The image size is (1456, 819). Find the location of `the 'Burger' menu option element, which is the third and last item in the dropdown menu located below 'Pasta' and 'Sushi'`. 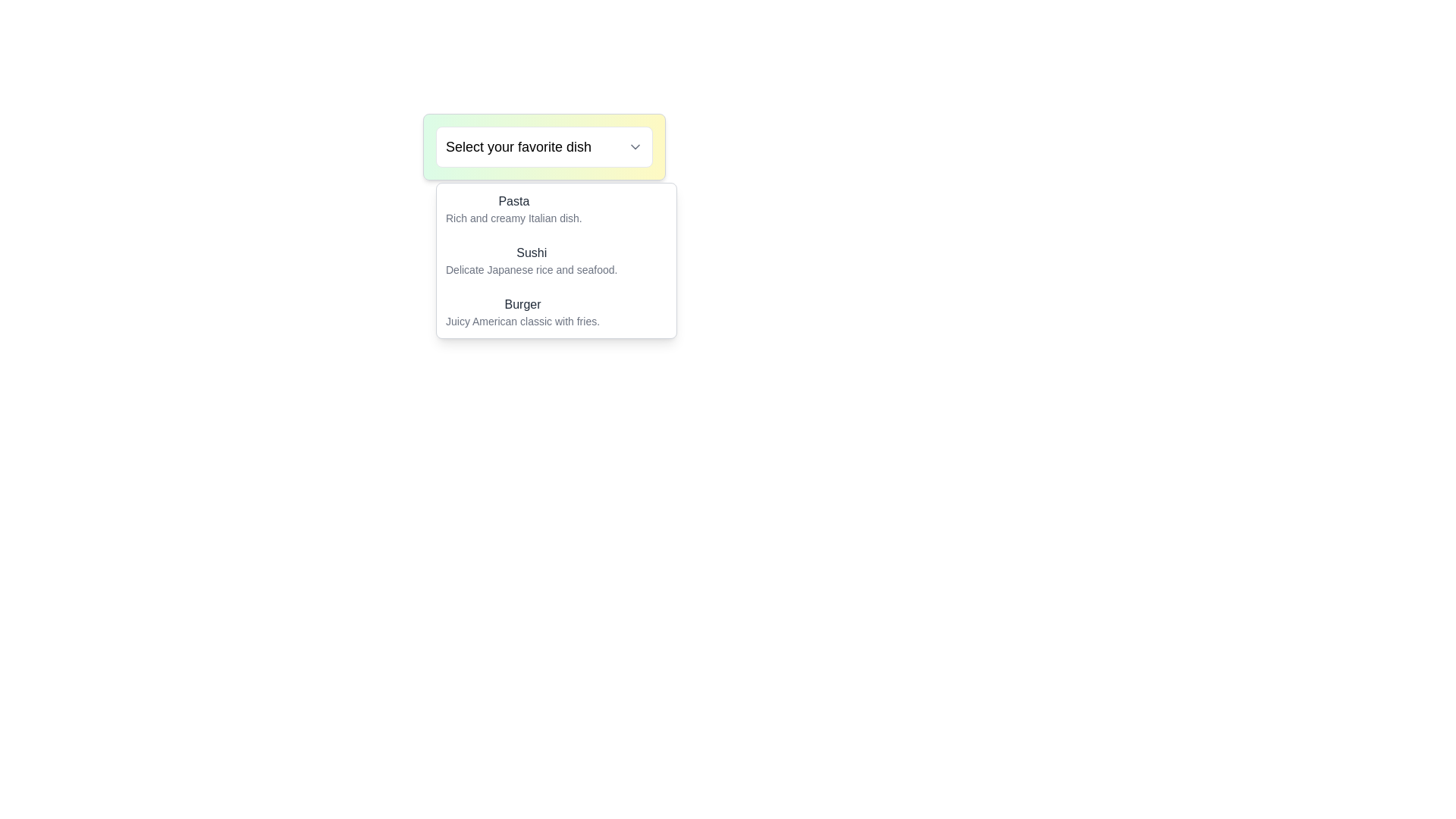

the 'Burger' menu option element, which is the third and last item in the dropdown menu located below 'Pasta' and 'Sushi' is located at coordinates (556, 312).